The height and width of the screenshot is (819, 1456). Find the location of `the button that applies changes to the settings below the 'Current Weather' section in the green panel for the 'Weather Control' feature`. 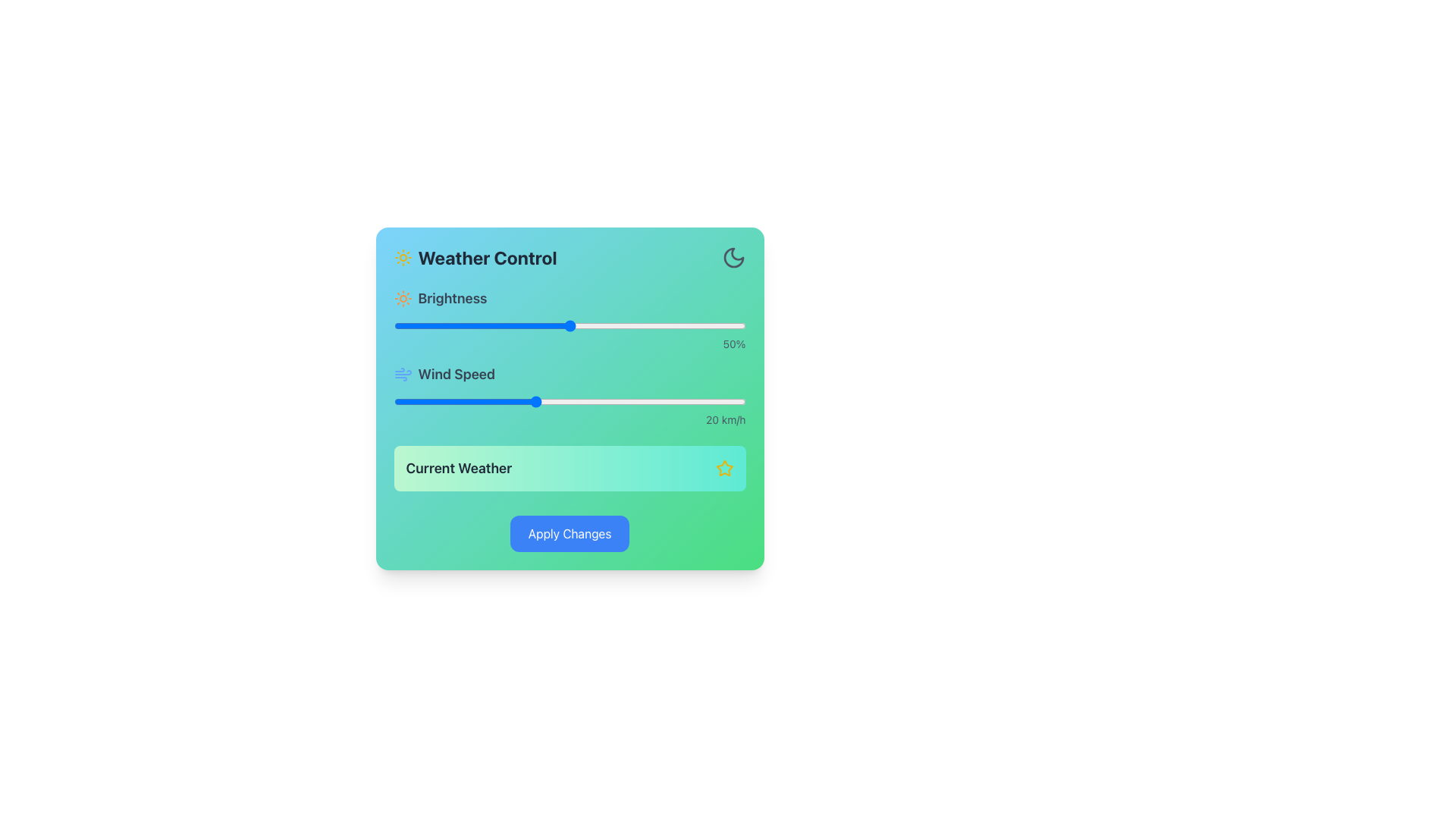

the button that applies changes to the settings below the 'Current Weather' section in the green panel for the 'Weather Control' feature is located at coordinates (569, 533).